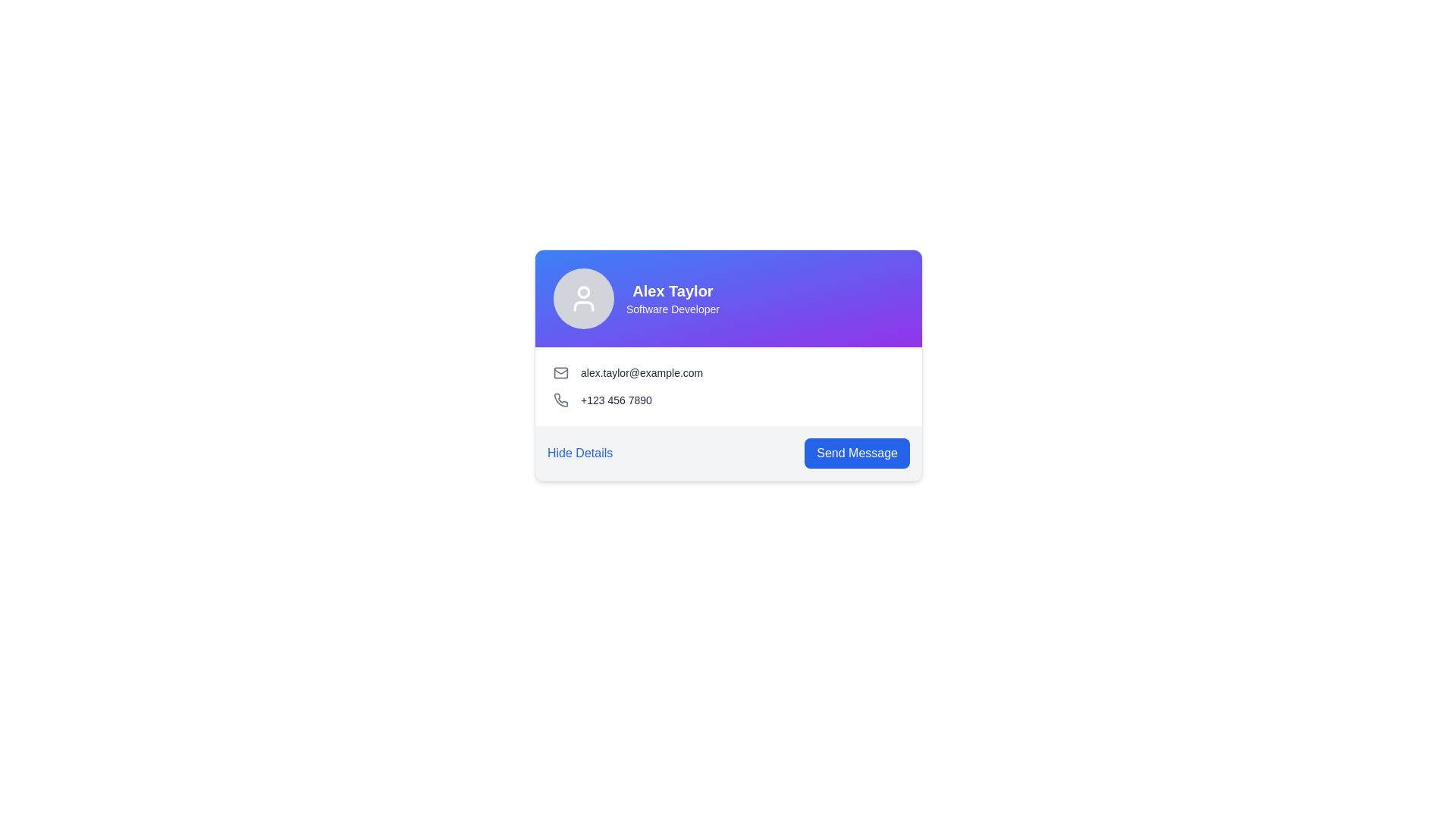 Image resolution: width=1456 pixels, height=819 pixels. Describe the element at coordinates (616, 400) in the screenshot. I see `the phone number text label displayed in the contact card, located in the second row to the right of the phone icon` at that location.